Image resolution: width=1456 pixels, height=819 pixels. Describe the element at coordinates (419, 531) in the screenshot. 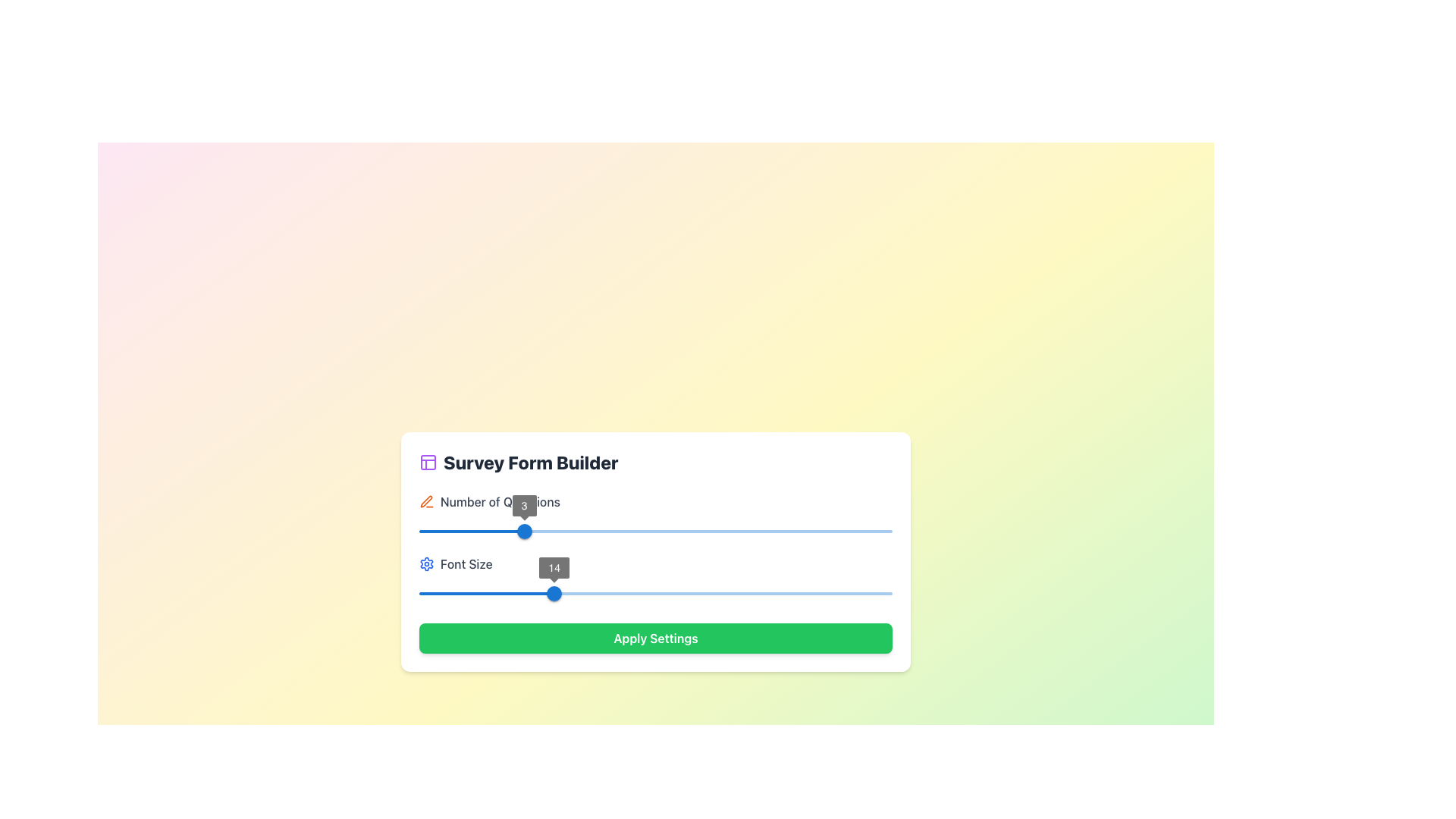

I see `the slider` at that location.